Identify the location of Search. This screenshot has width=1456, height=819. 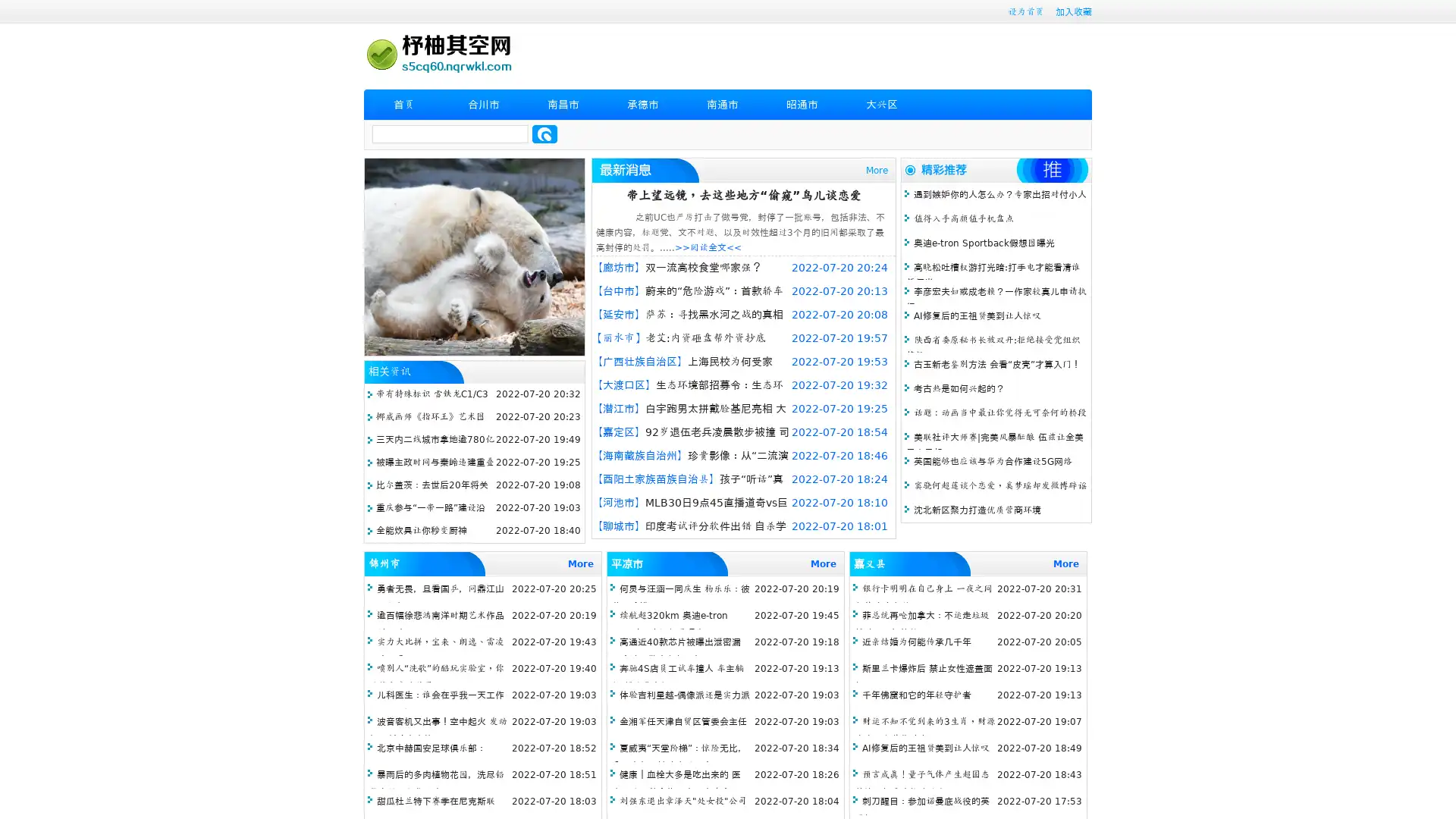
(544, 133).